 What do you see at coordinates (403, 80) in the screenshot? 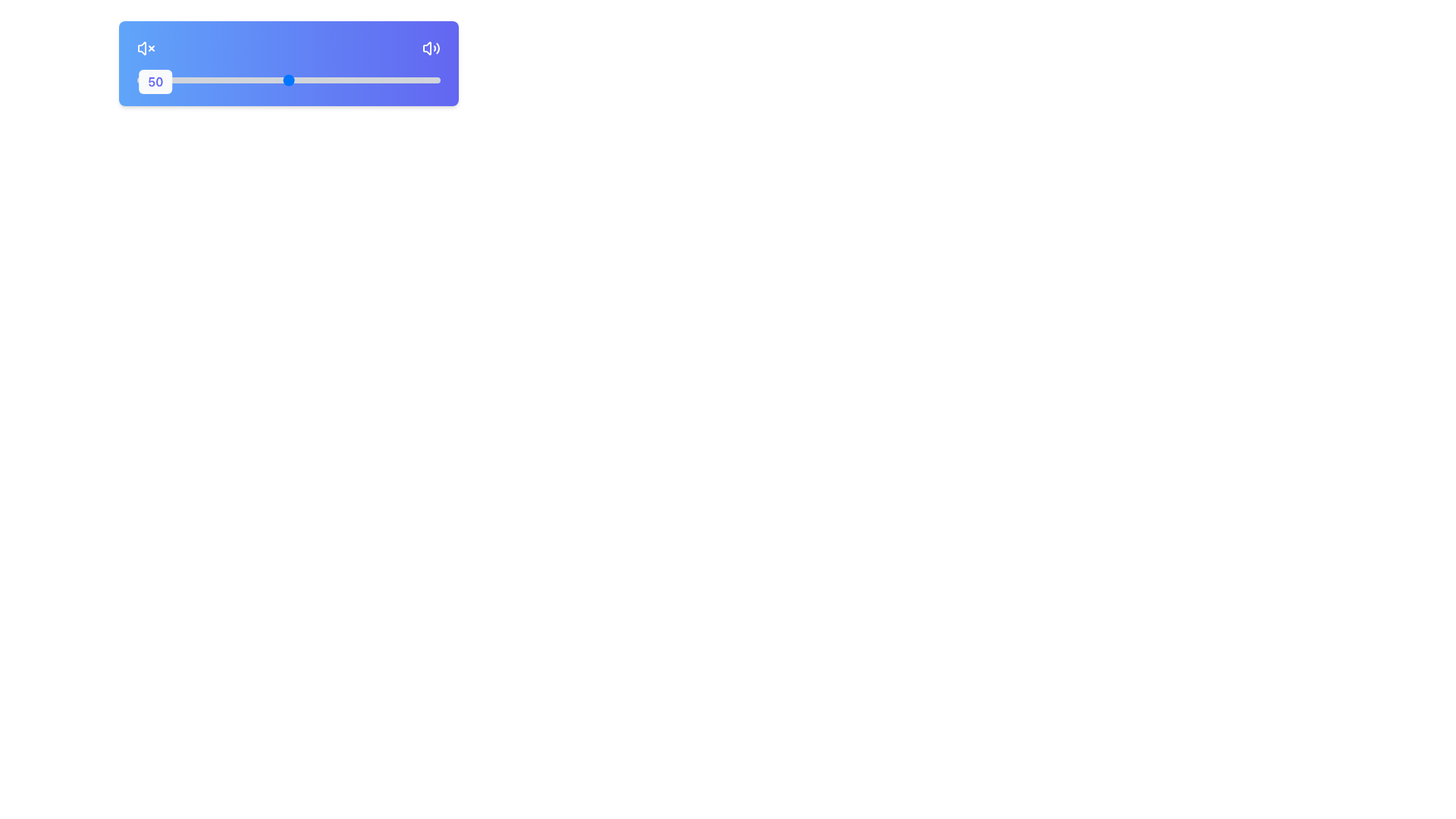
I see `the slider` at bounding box center [403, 80].